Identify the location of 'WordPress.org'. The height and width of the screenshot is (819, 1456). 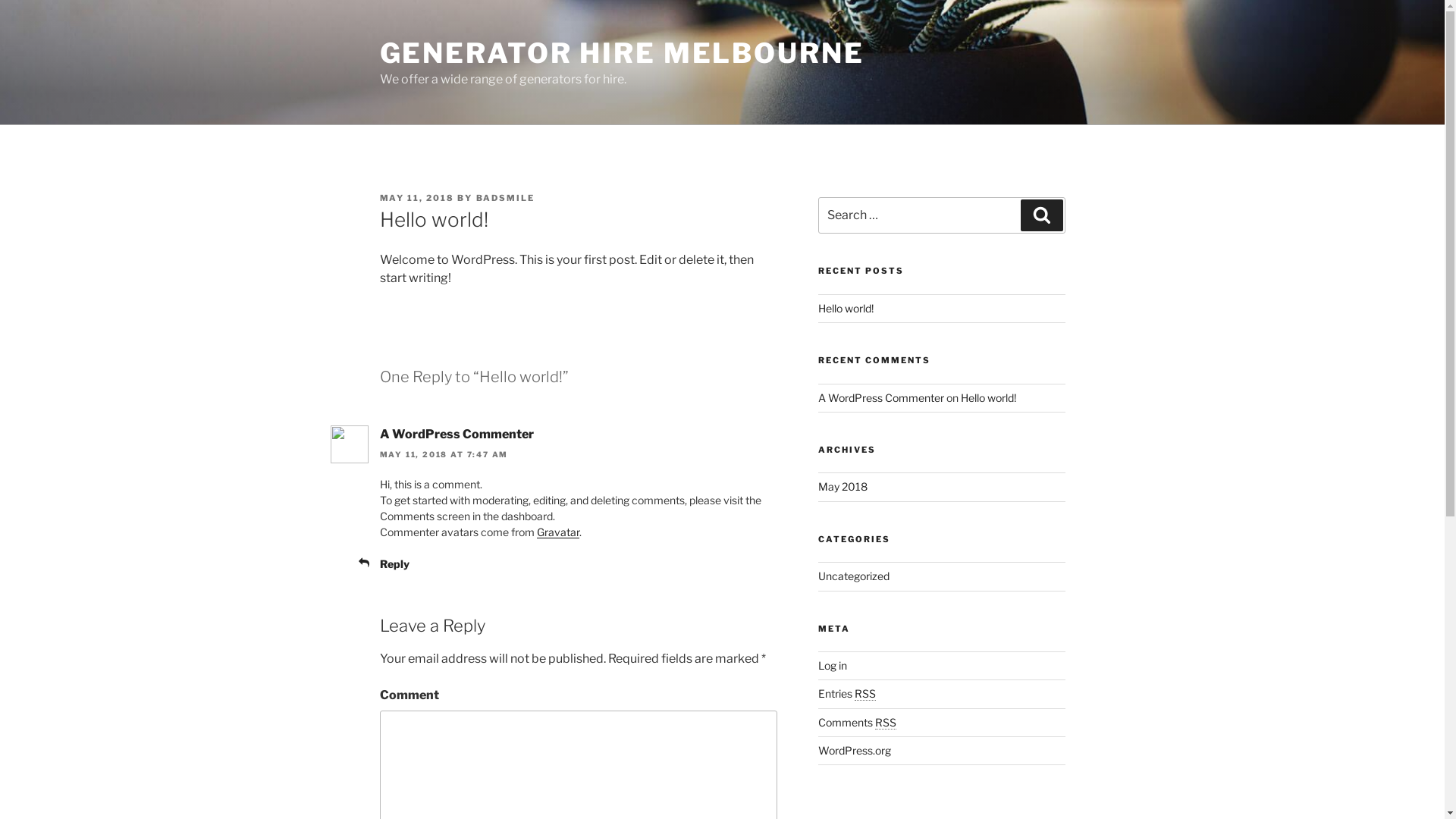
(855, 749).